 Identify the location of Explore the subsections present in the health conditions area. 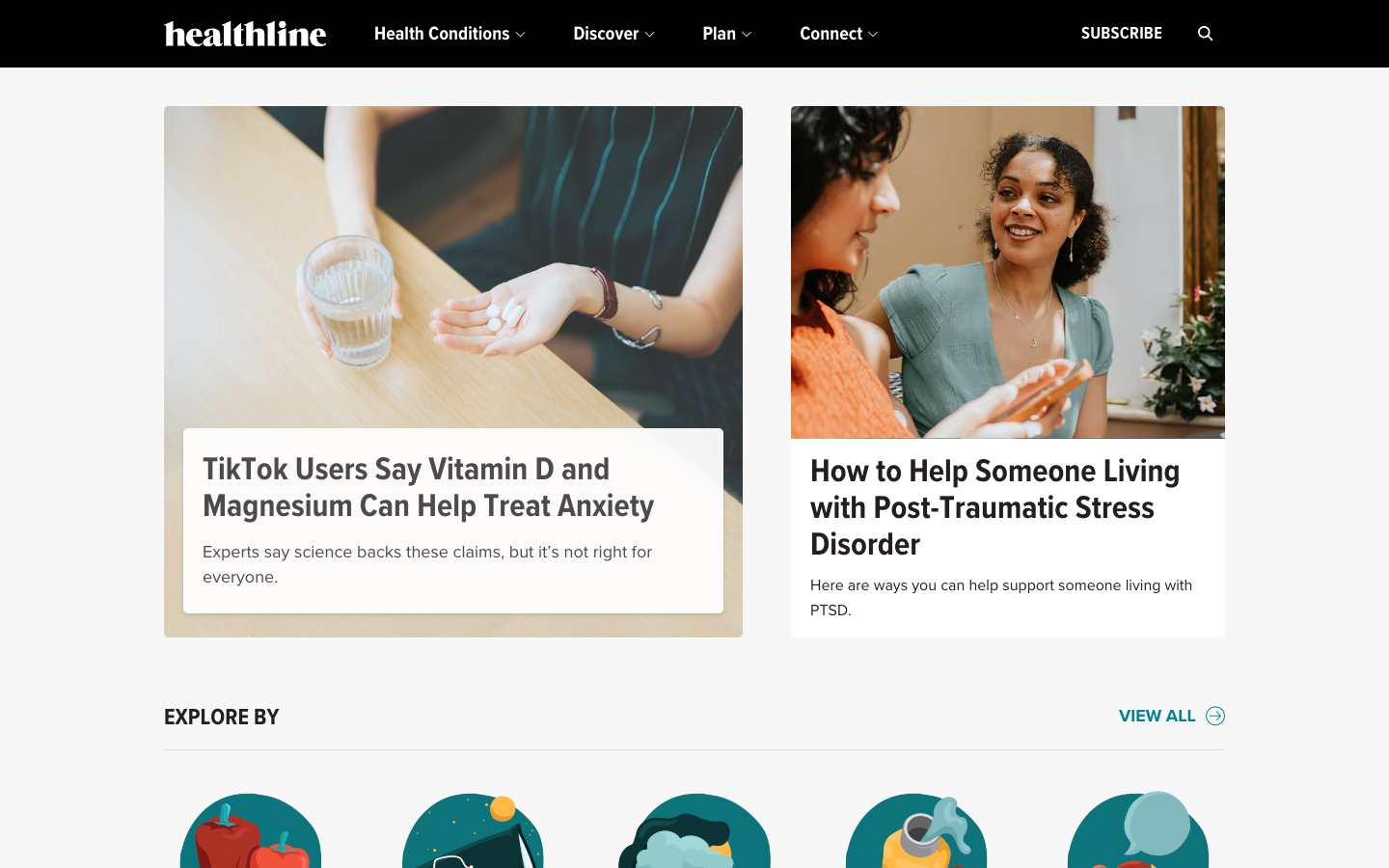
(449, 33).